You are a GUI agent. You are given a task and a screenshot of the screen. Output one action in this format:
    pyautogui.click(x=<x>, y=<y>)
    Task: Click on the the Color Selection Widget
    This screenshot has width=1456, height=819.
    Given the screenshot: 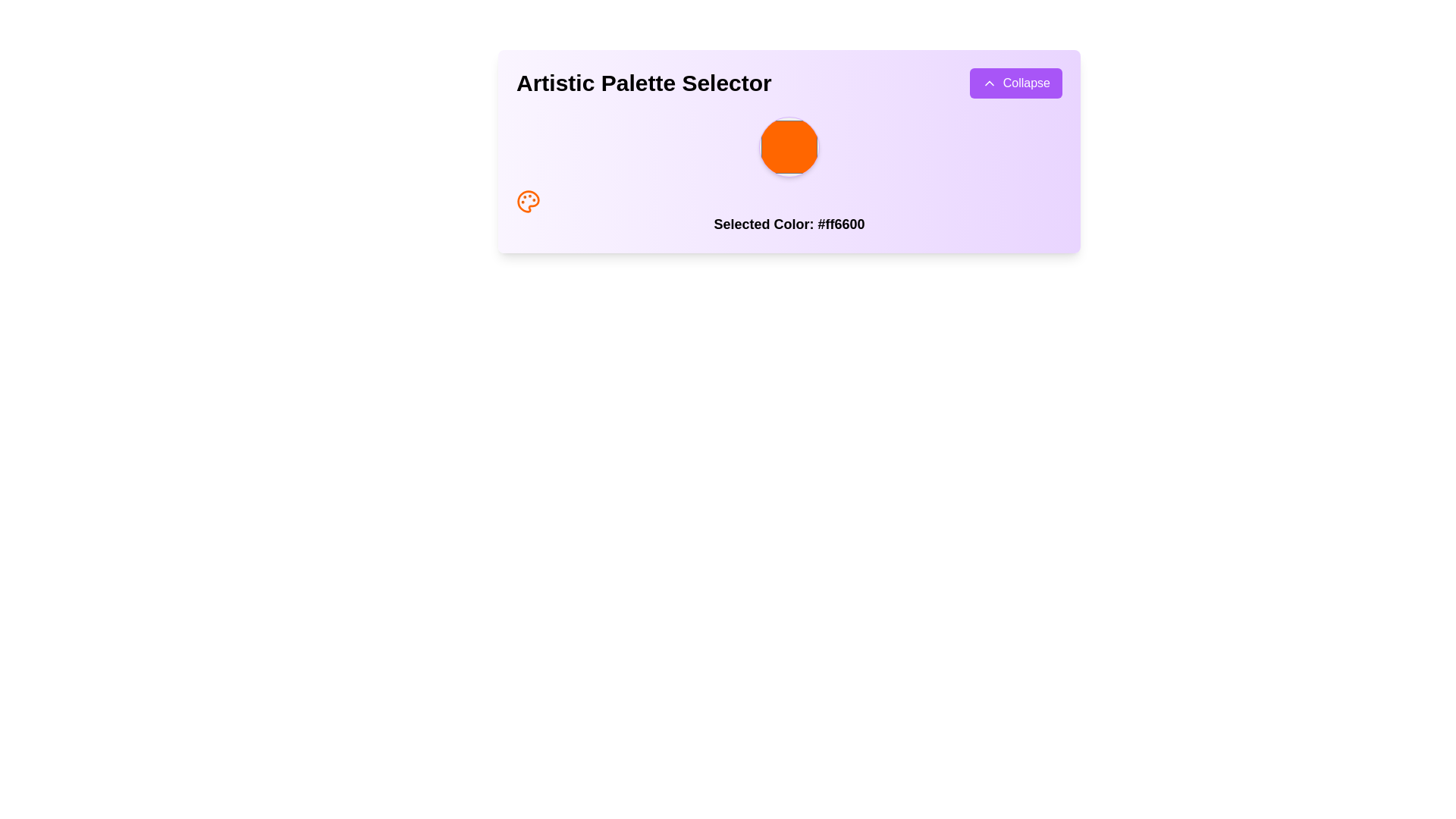 What is the action you would take?
    pyautogui.click(x=789, y=146)
    